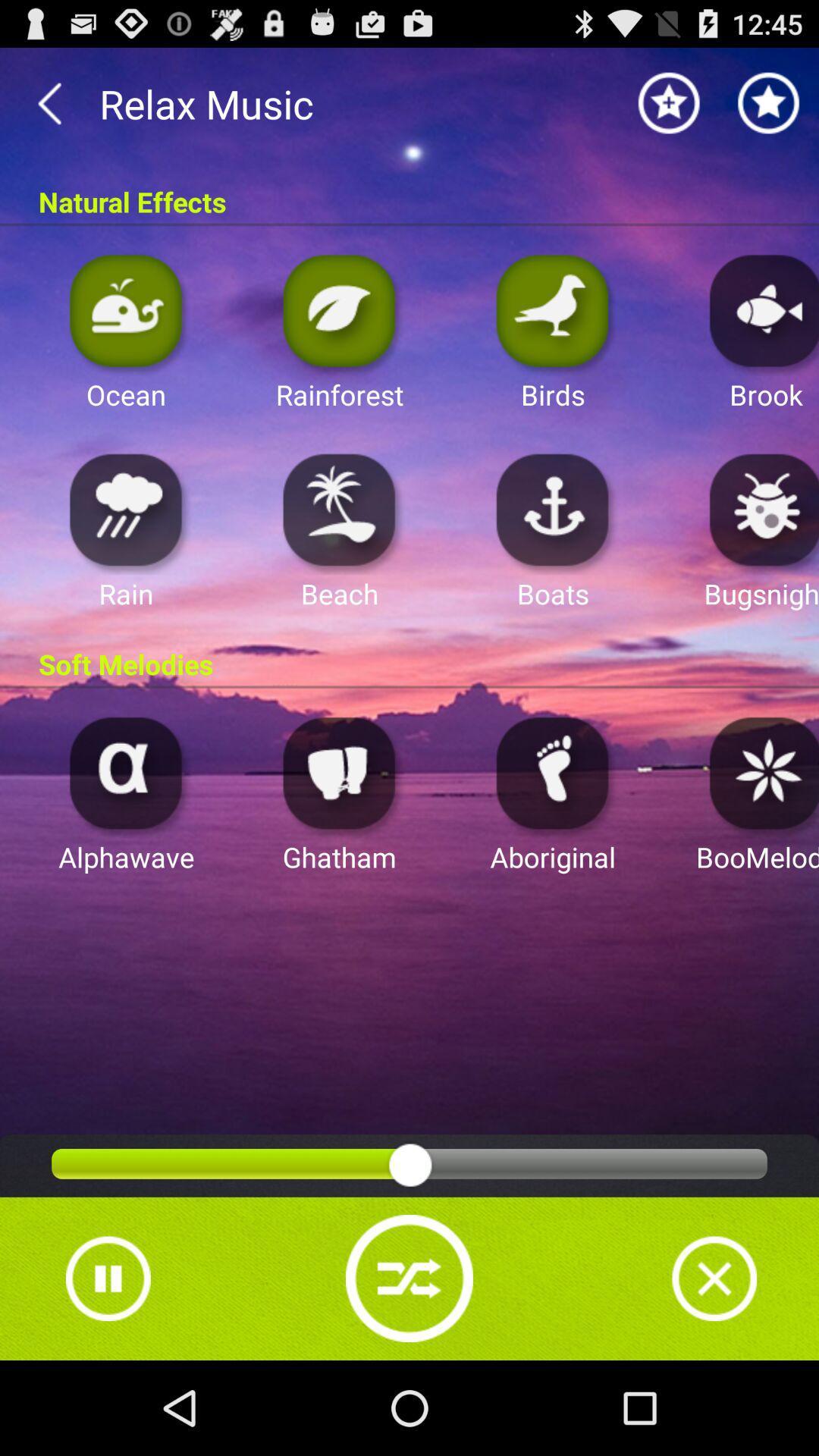 Image resolution: width=819 pixels, height=1456 pixels. Describe the element at coordinates (125, 309) in the screenshot. I see `ocean` at that location.